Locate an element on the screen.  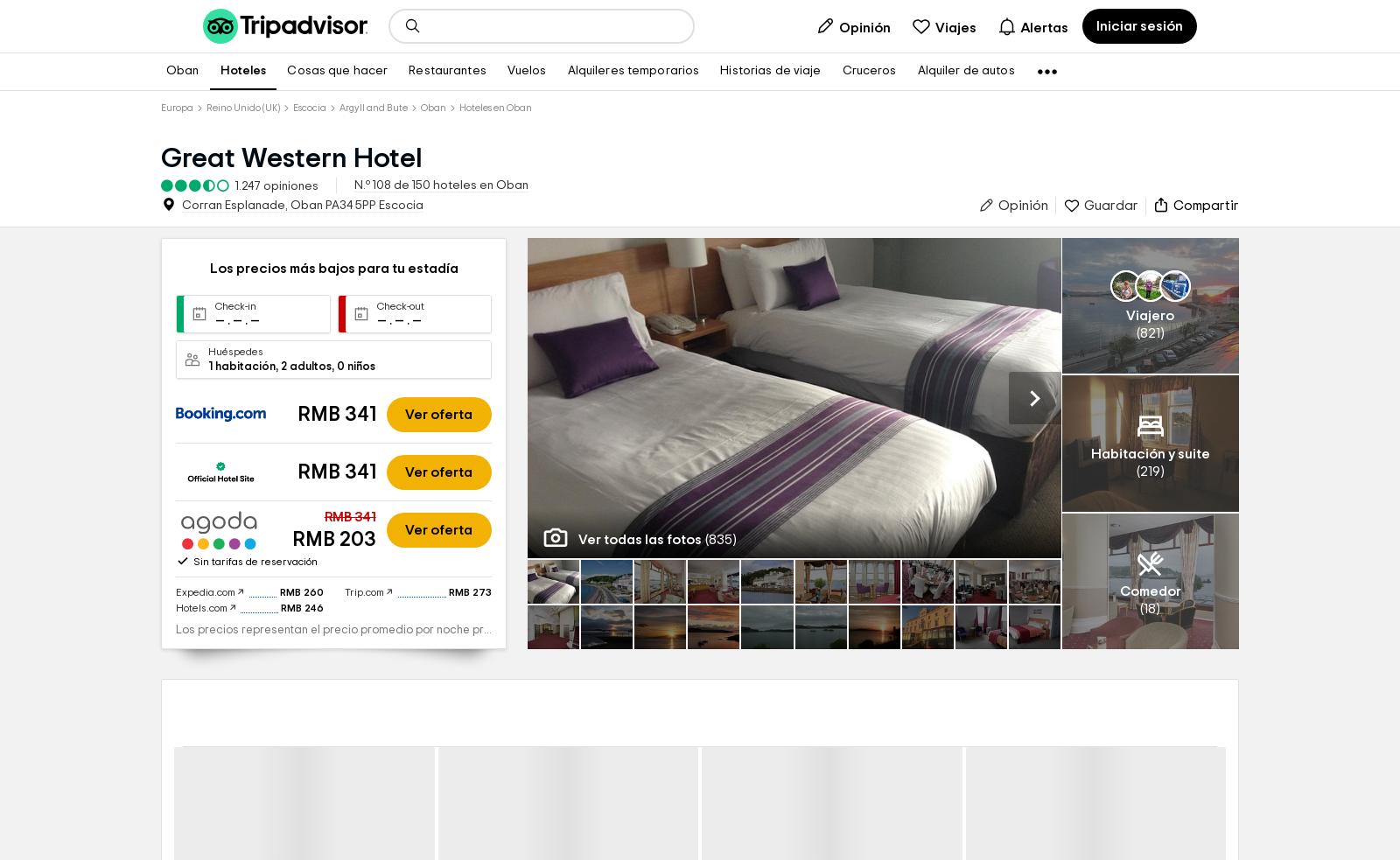
'Hoteles' is located at coordinates (220, 69).